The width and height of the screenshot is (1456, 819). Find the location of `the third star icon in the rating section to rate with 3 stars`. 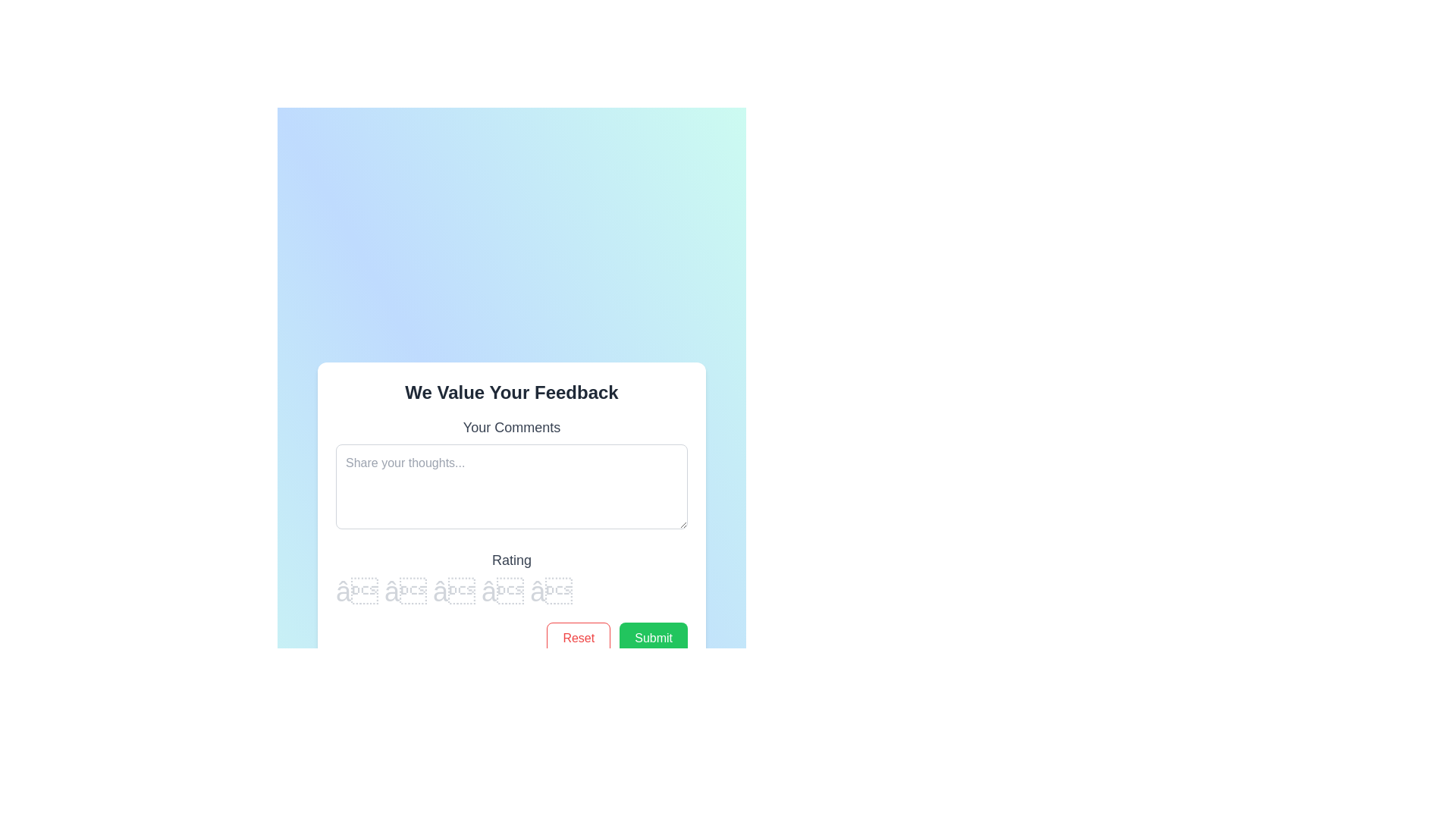

the third star icon in the rating section to rate with 3 stars is located at coordinates (453, 591).